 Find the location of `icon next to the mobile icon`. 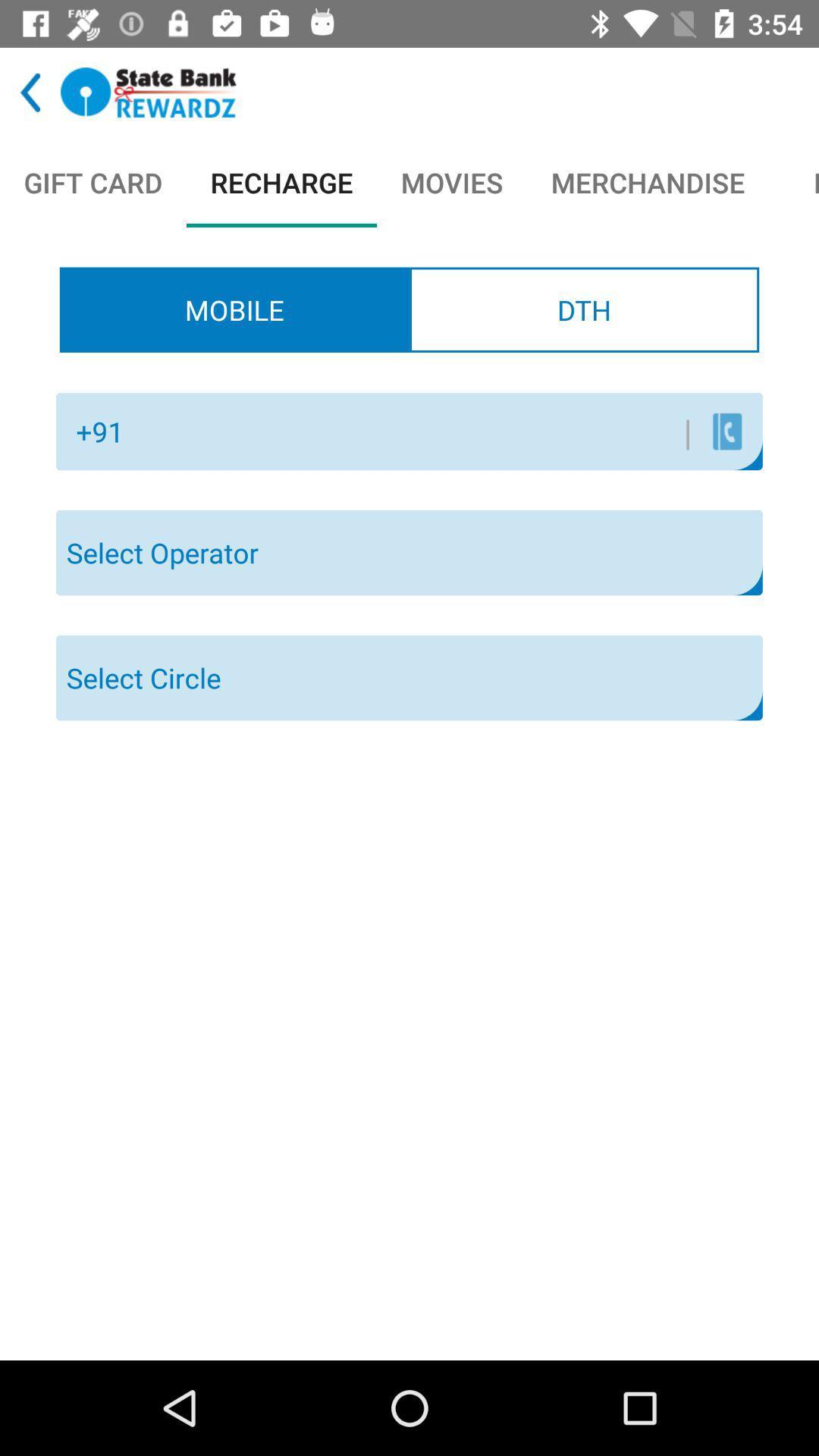

icon next to the mobile icon is located at coordinates (583, 309).